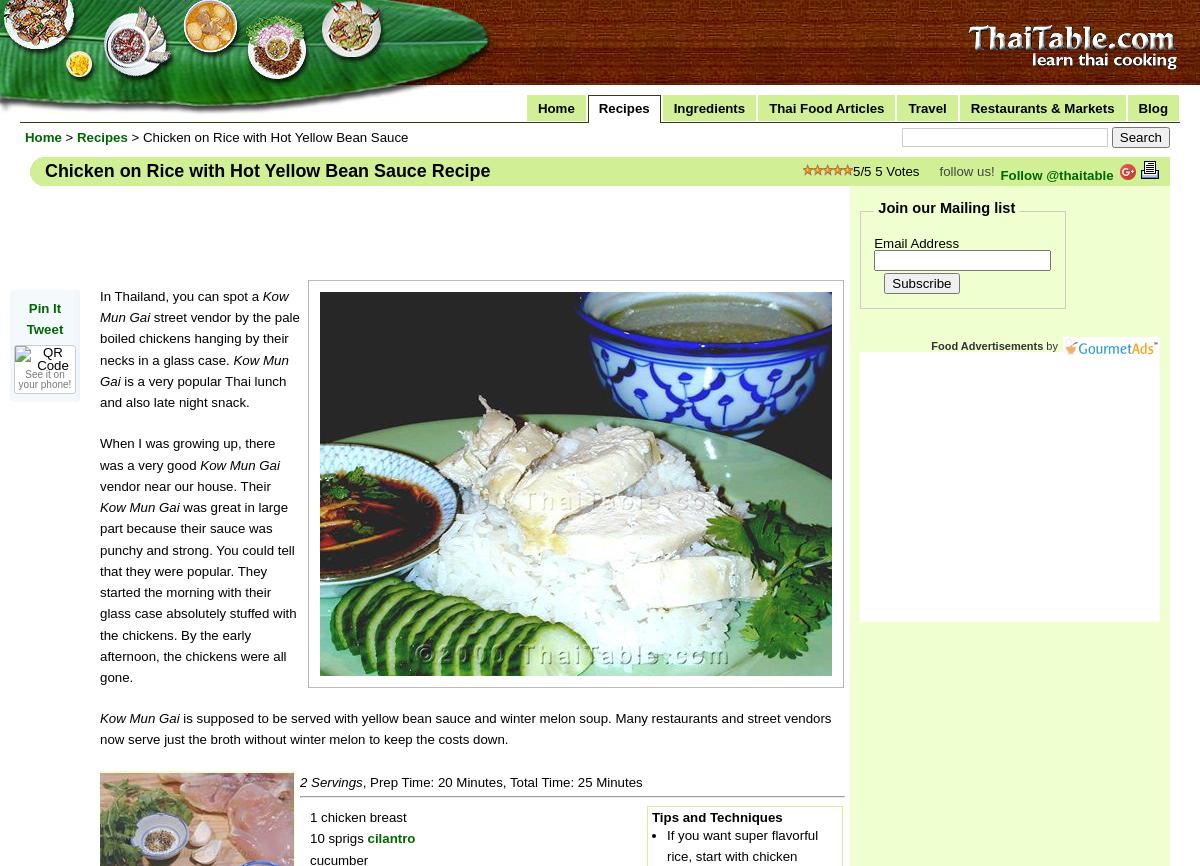 This screenshot has height=866, width=1200. I want to click on 'When I was growing up, there was a very good', so click(186, 453).